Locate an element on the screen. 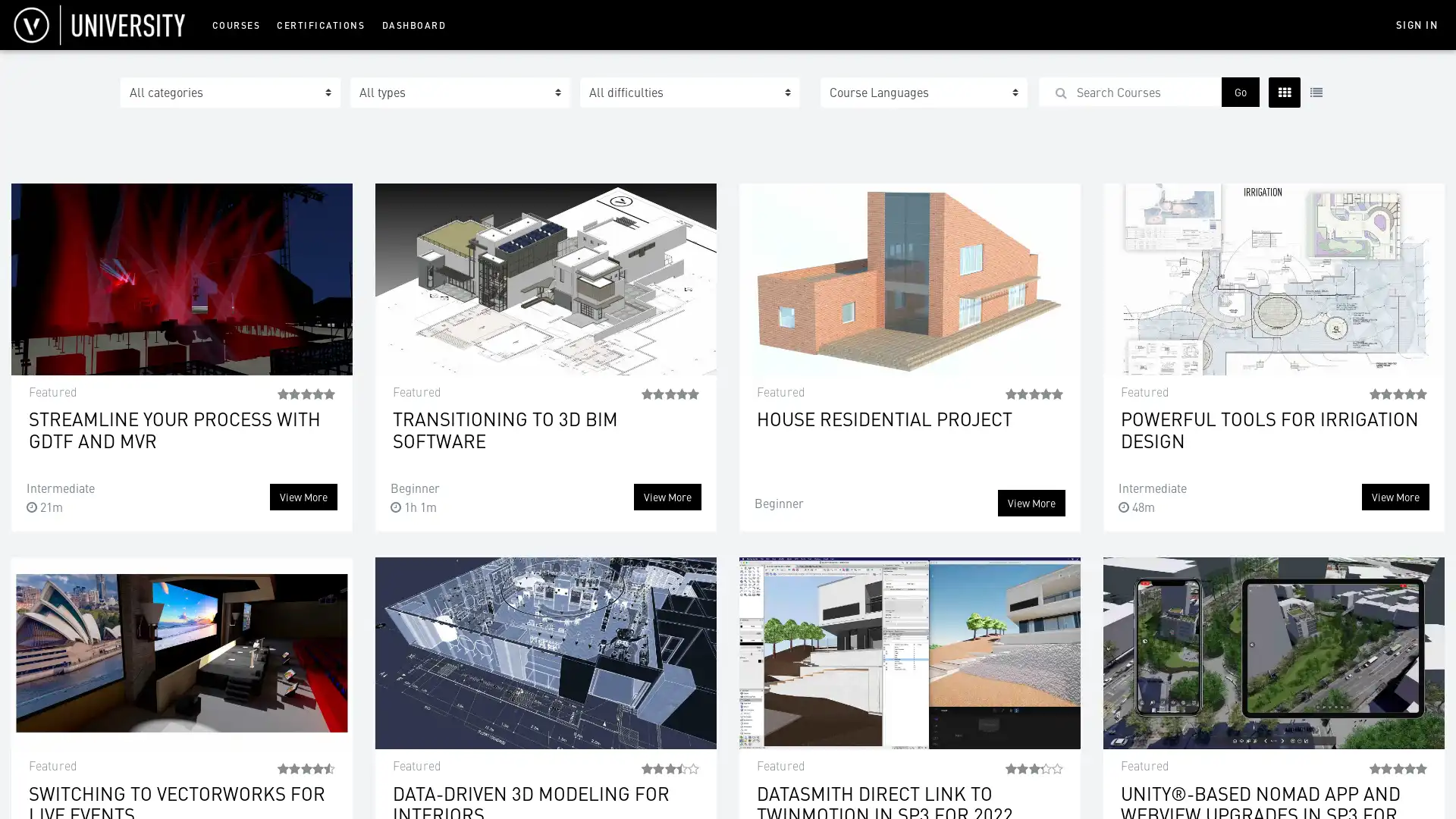 Image resolution: width=1456 pixels, height=819 pixels. View More is located at coordinates (303, 497).